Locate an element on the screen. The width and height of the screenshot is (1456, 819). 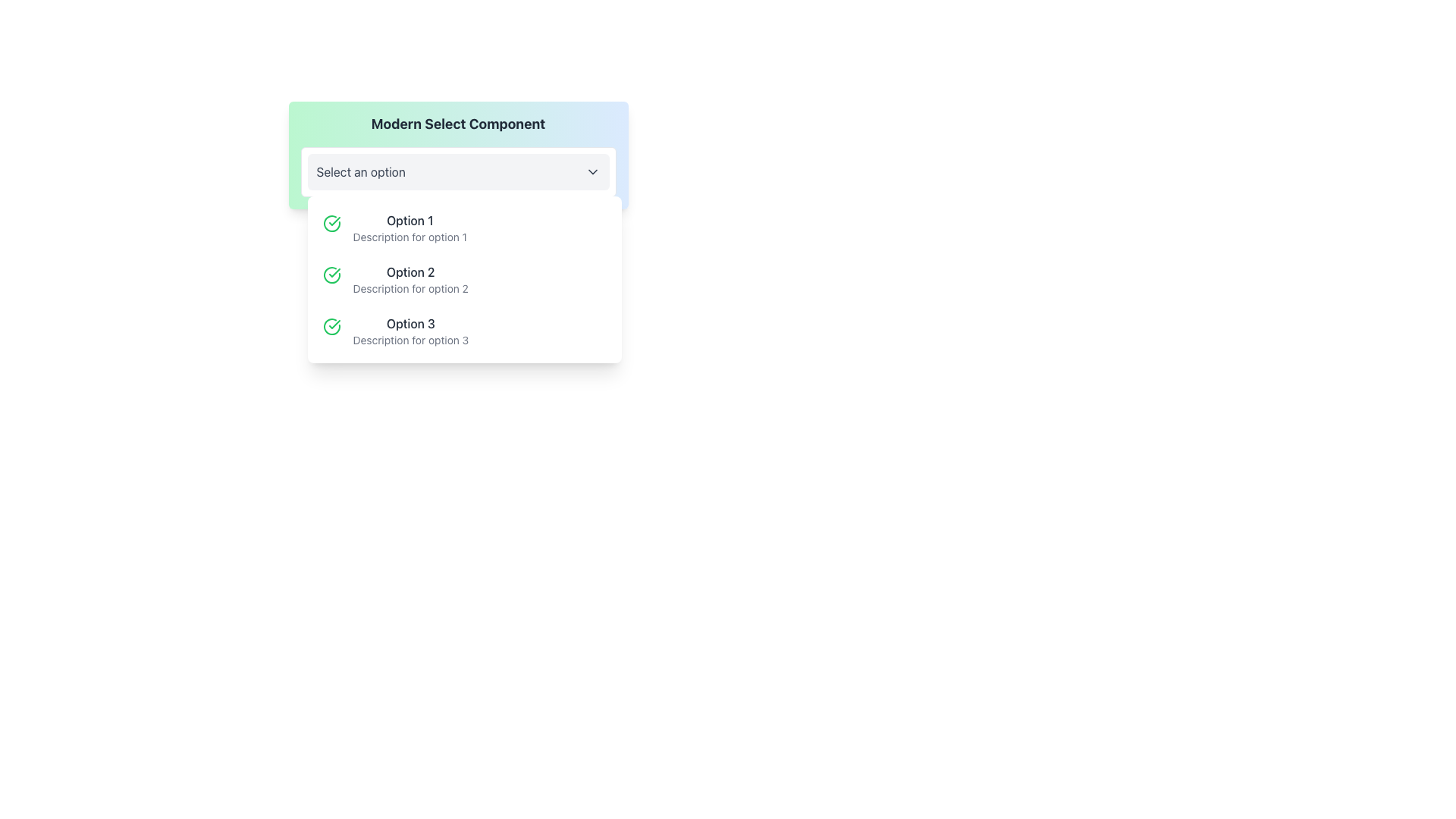
the text label 'Description for option 2' located beneath 'Option 2' in the dropdown menu is located at coordinates (410, 289).